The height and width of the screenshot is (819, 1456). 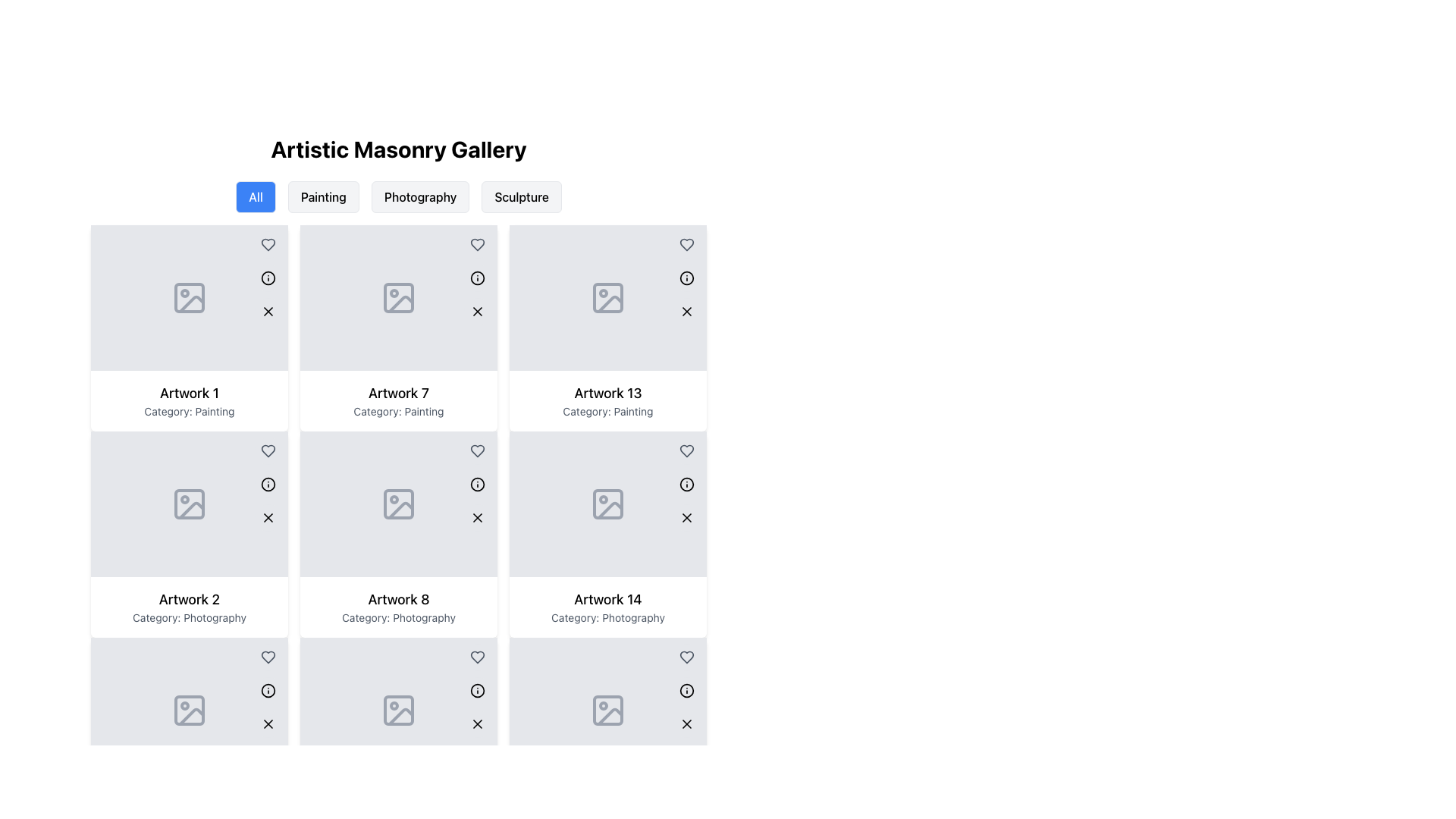 I want to click on the Image Placeholder for 'Artwork 8: Category Photography', so click(x=399, y=504).